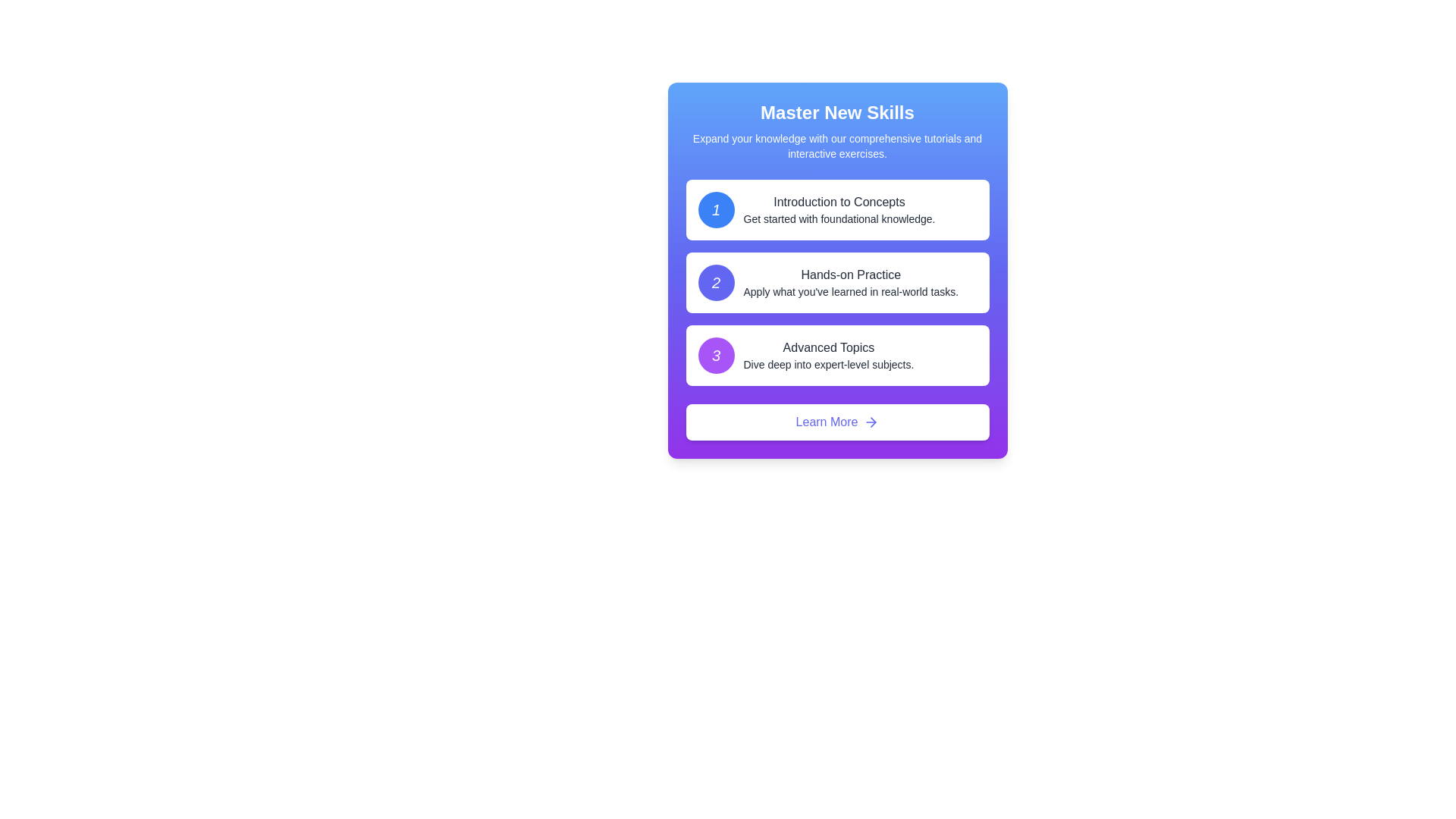  I want to click on the blue circular icon with the number '1' inside it, which is the first icon in a vertical list of sections in the card-based UI layout, so click(715, 210).